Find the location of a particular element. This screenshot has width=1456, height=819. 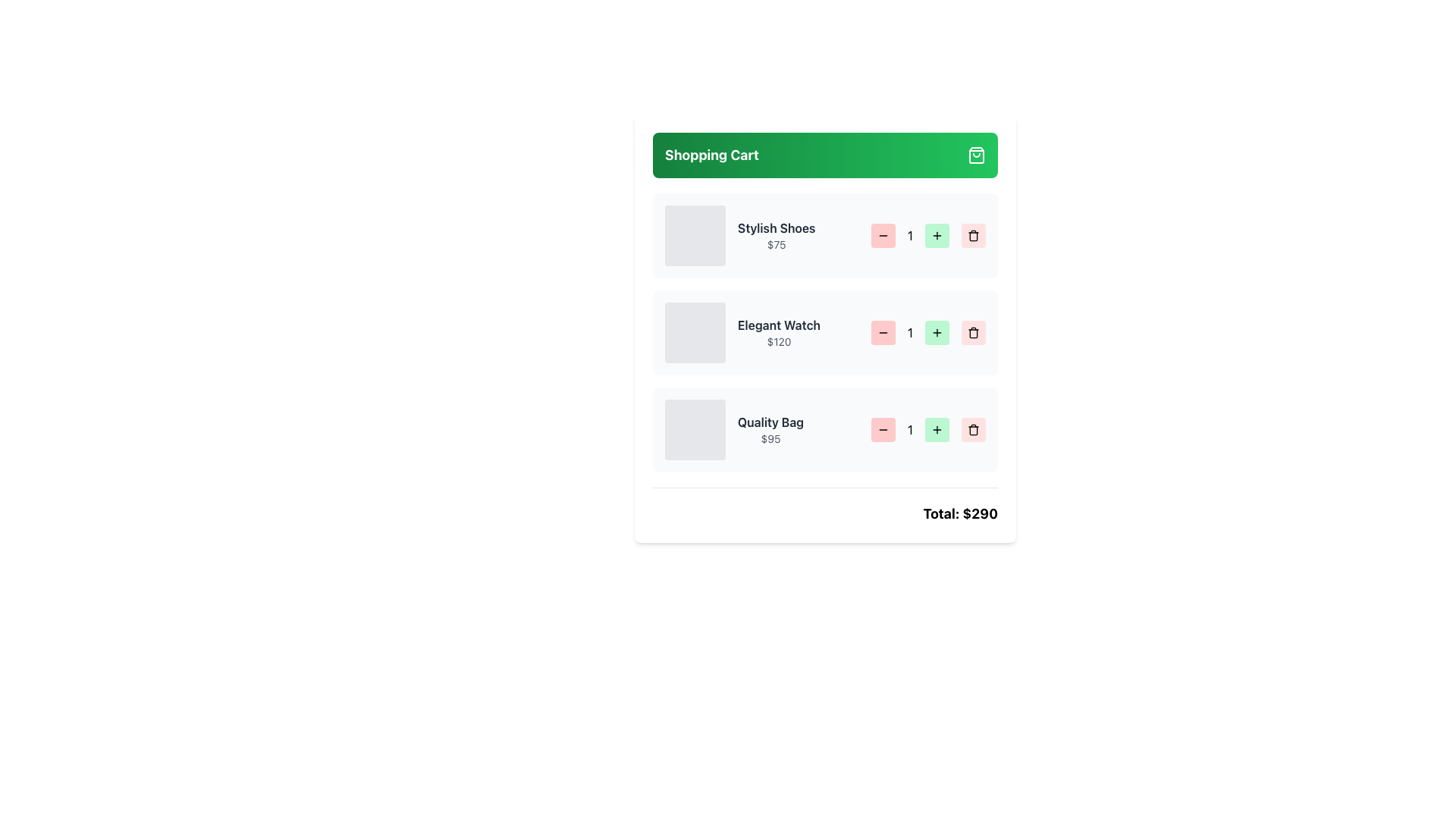

the shopping bag icon located at the far right of the green header bar in the 'Shopping Cart' section is located at coordinates (976, 155).